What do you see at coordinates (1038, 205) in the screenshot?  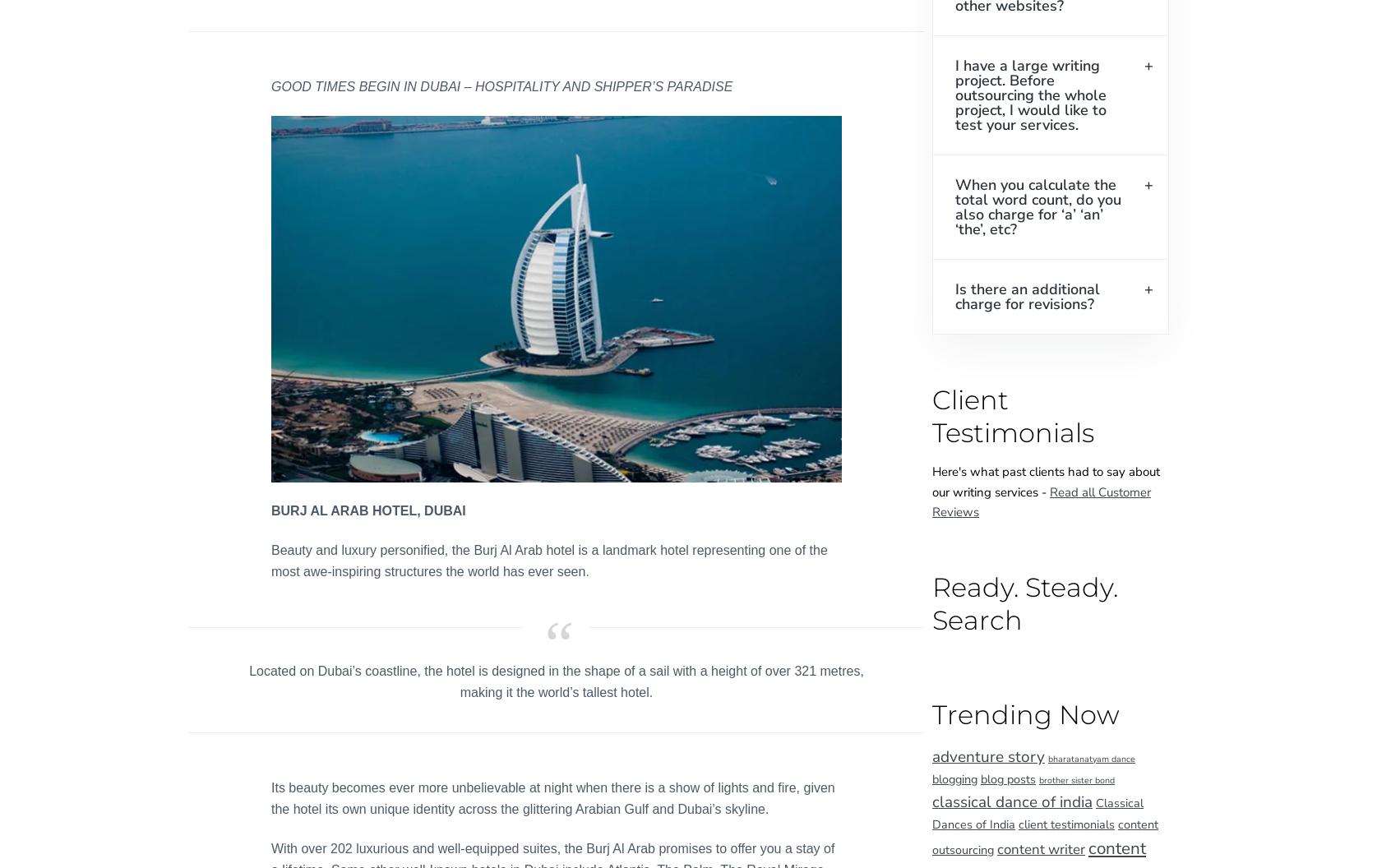 I see `'When you calculate the total word count, do you also charge for ‘a’ ‘an’ ‘the’, etc?'` at bounding box center [1038, 205].